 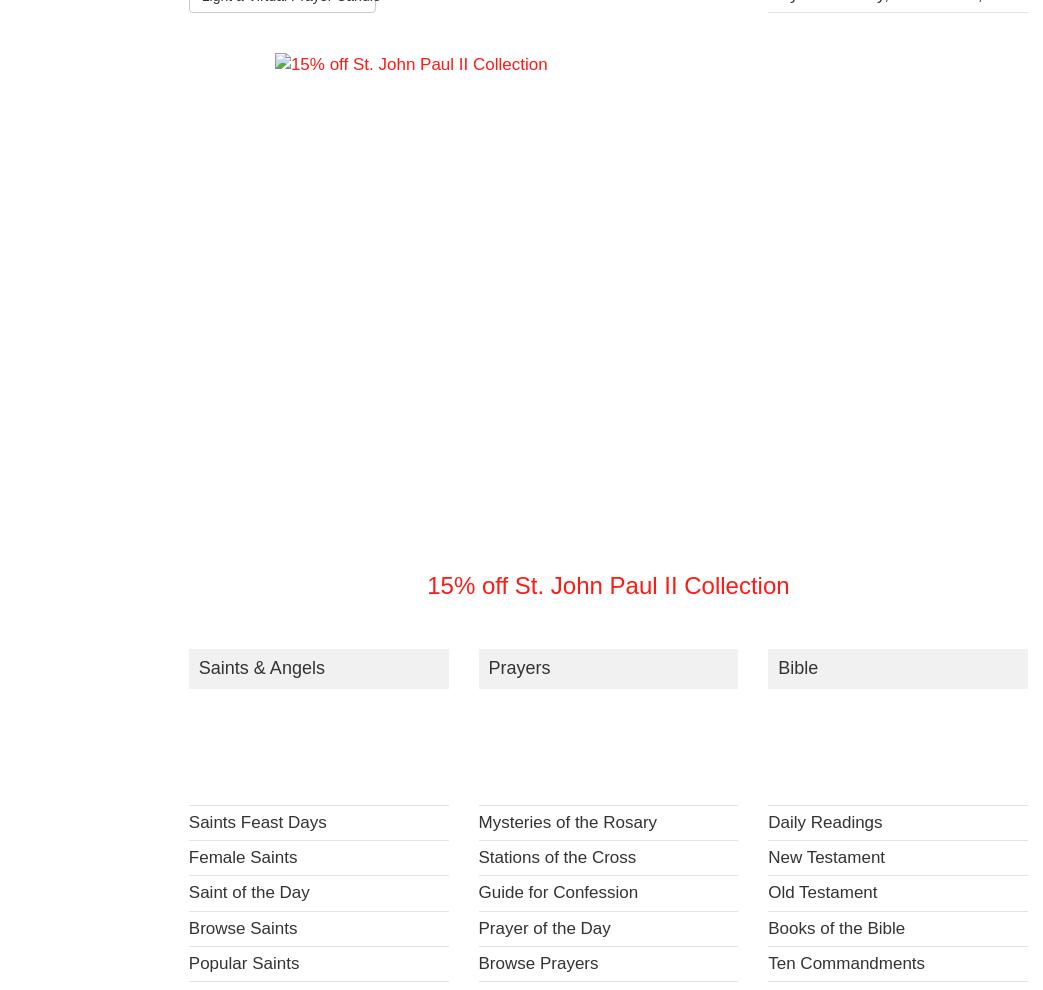 I want to click on 'Saint of the Day', so click(x=186, y=891).